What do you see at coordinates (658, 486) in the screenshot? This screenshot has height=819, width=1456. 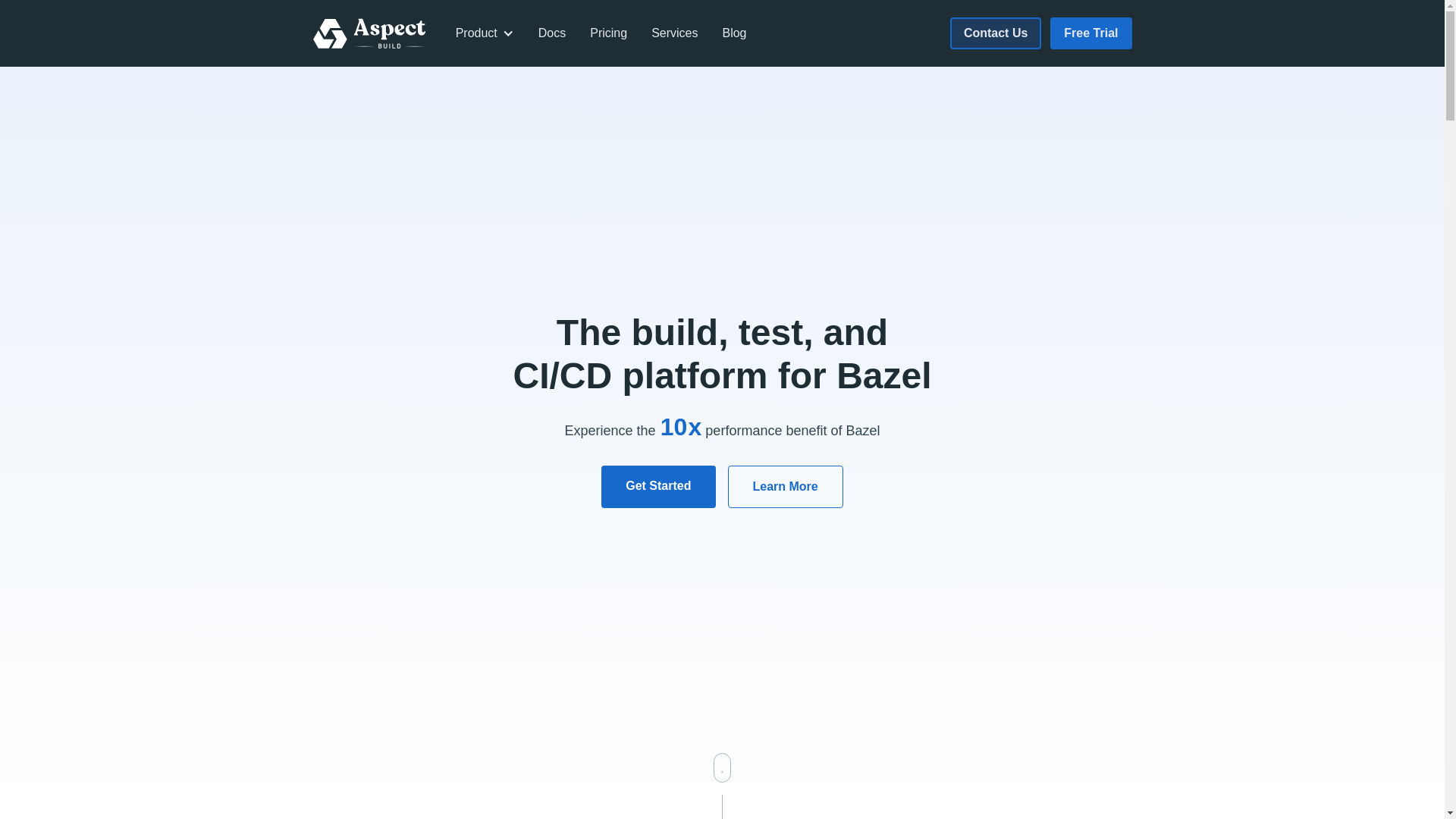 I see `'Get Started'` at bounding box center [658, 486].